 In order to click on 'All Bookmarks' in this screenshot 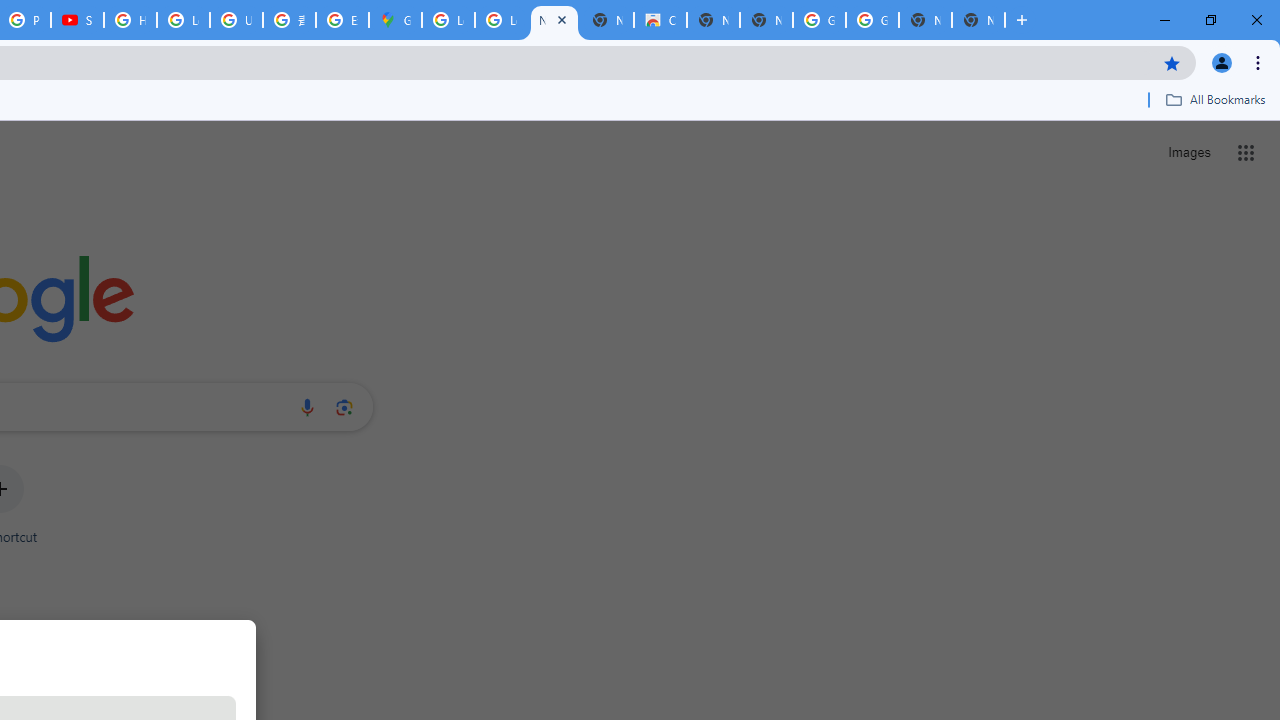, I will do `click(1214, 99)`.